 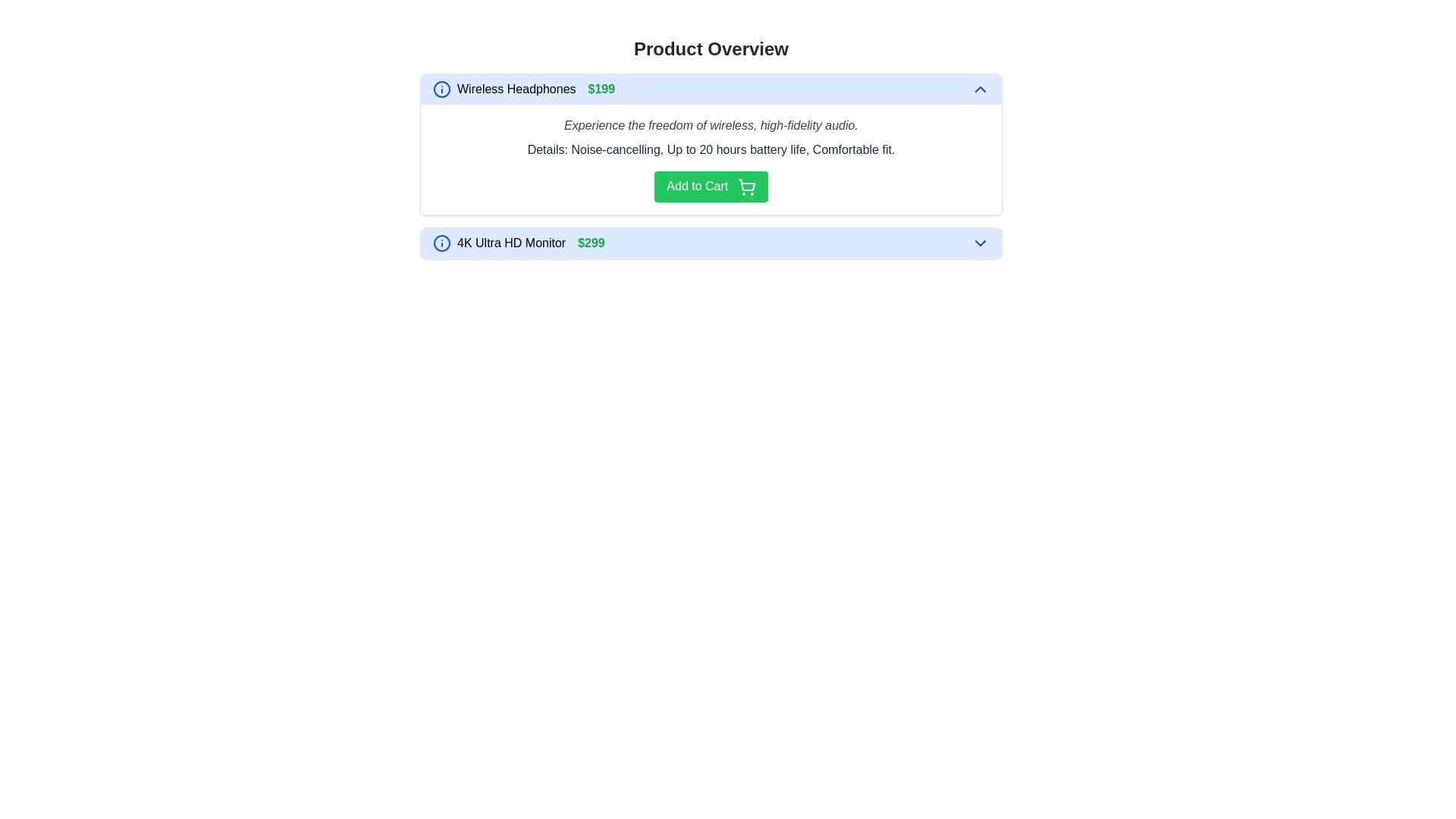 What do you see at coordinates (524, 89) in the screenshot?
I see `the text-based component displaying the product title 'Wireless Headphones' and its price '$199' in the 'Product Overview' section` at bounding box center [524, 89].